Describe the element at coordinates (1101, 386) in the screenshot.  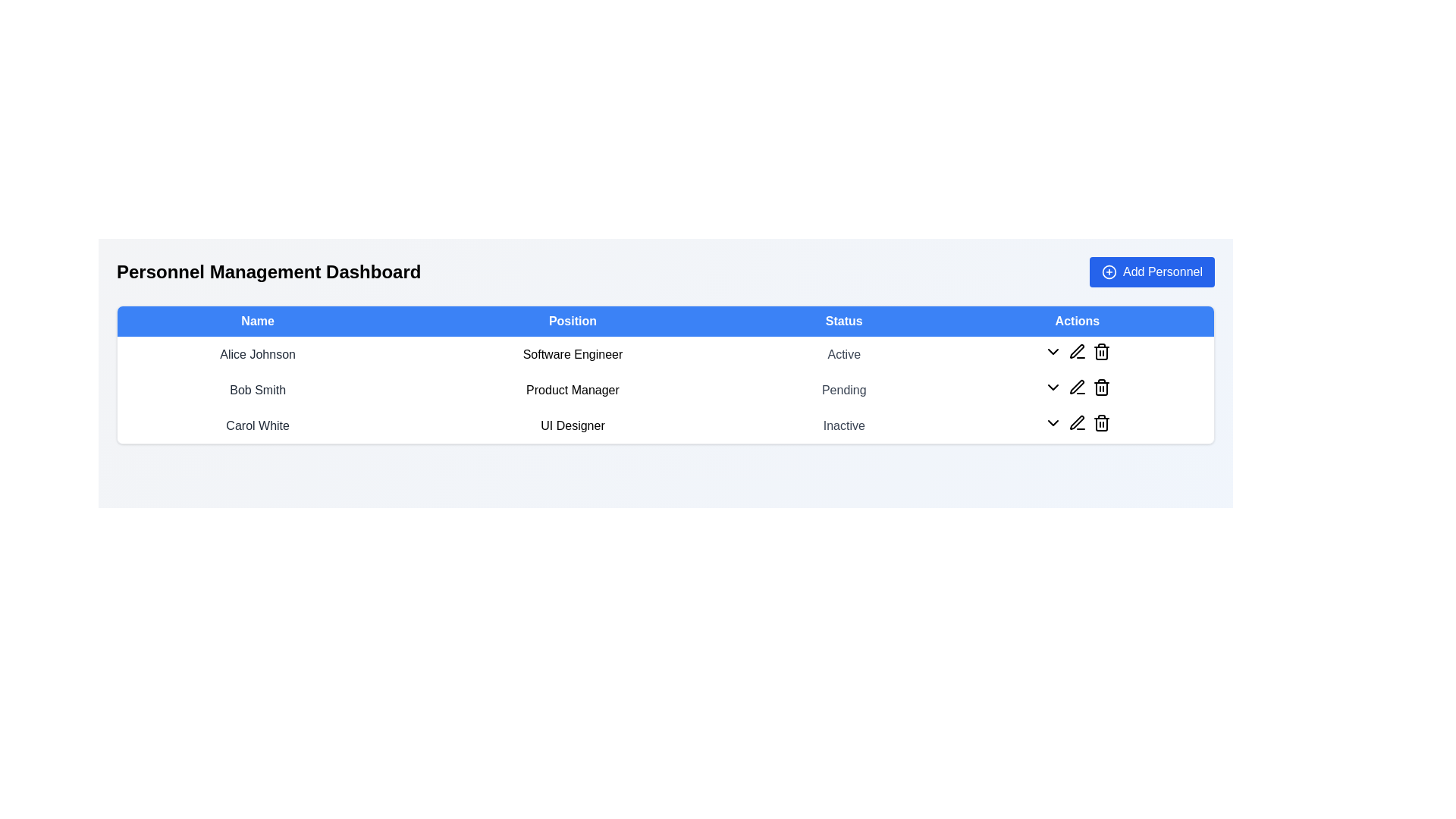
I see `the delete button located in the 'Actions' column of the second row in the table for 'Bob Smith - Product Manager - Pending' to initiate the delete action` at that location.